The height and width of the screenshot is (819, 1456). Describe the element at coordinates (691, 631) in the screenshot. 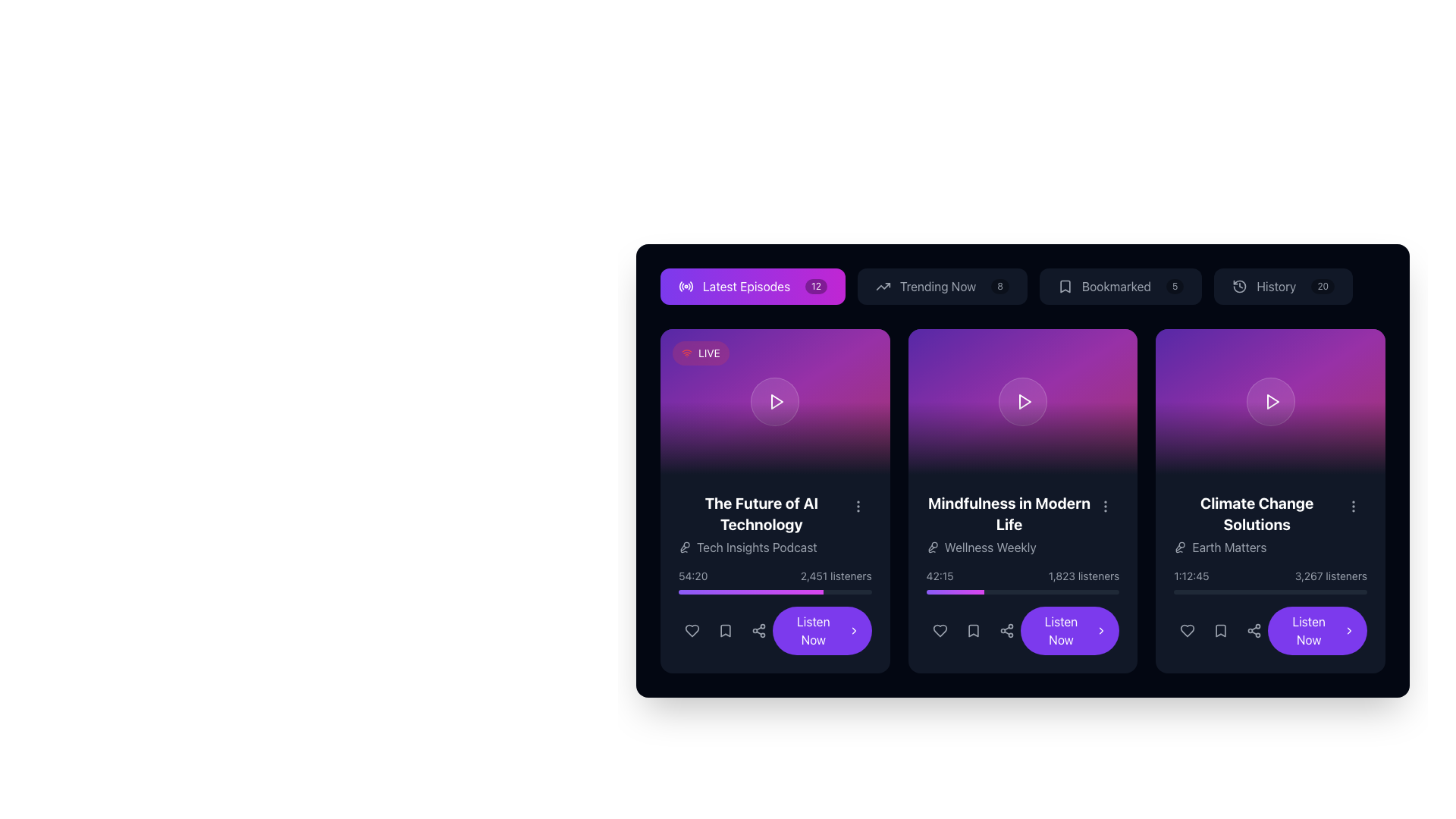

I see `the heart icon located at the bottom-left corner of the first content card` at that location.